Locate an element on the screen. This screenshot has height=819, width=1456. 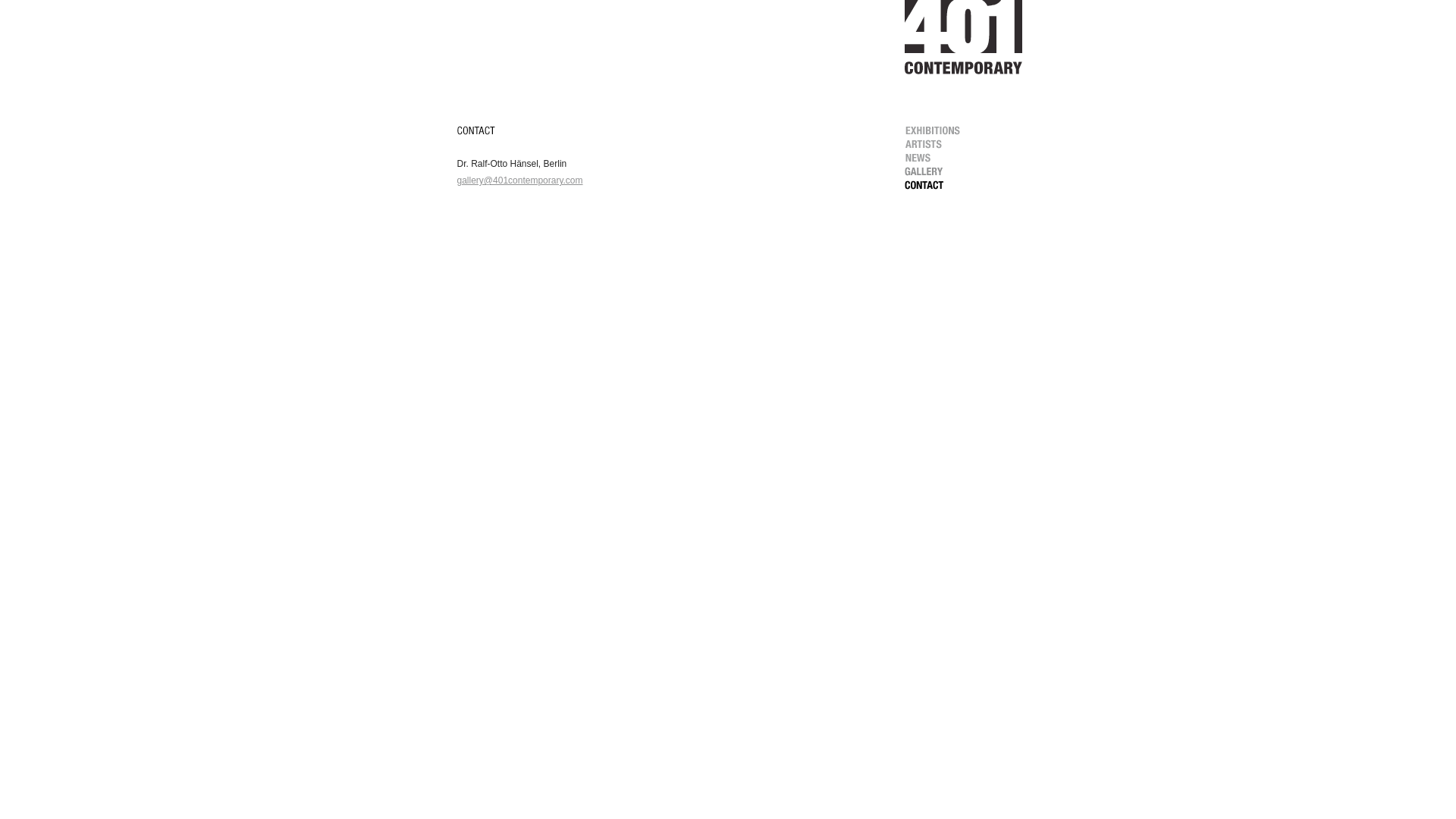
'gallery@401contemporary.com' is located at coordinates (455, 180).